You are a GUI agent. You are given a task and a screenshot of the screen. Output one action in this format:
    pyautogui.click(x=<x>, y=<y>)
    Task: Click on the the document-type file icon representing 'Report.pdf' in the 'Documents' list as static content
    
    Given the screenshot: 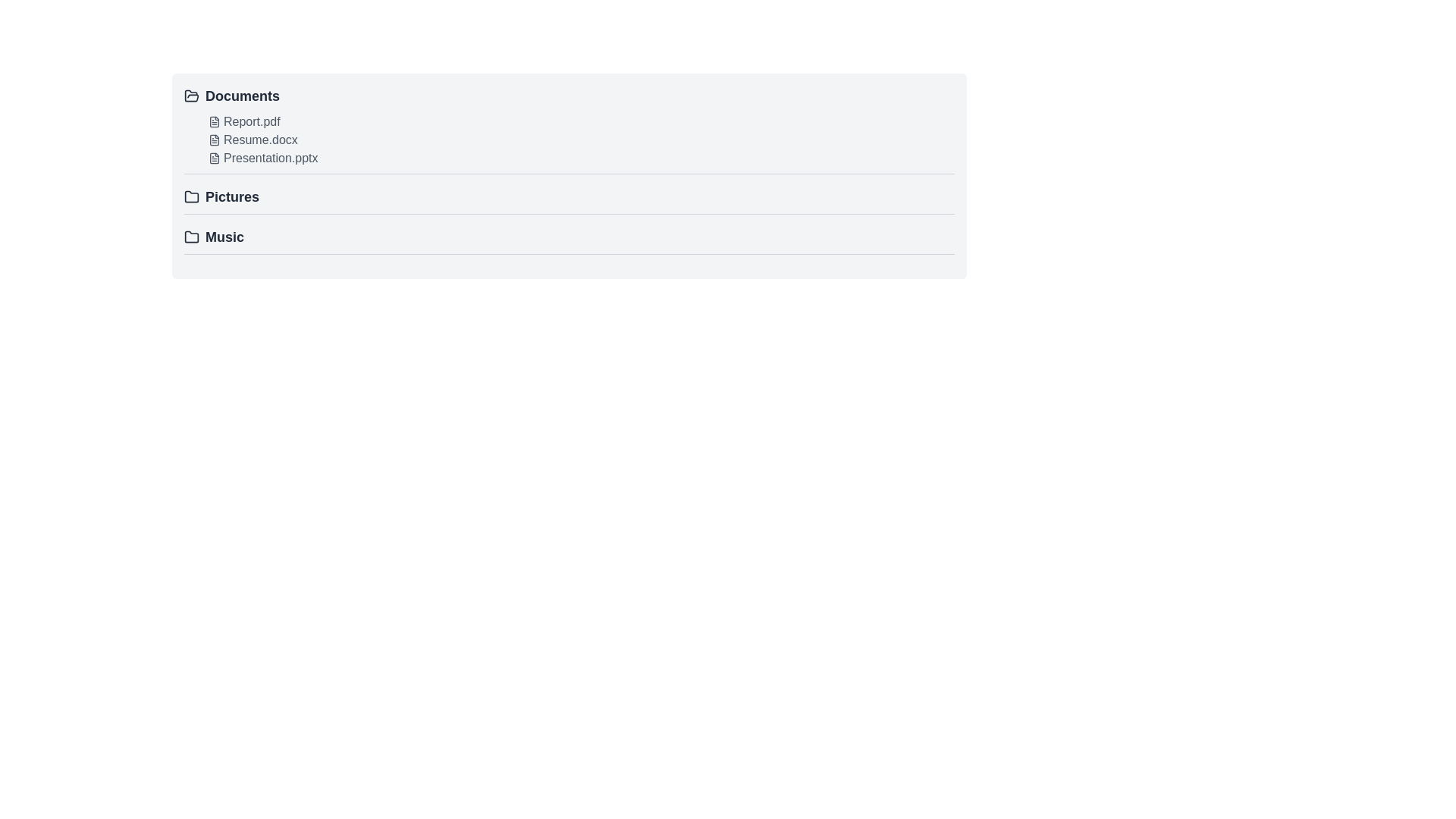 What is the action you would take?
    pyautogui.click(x=214, y=121)
    